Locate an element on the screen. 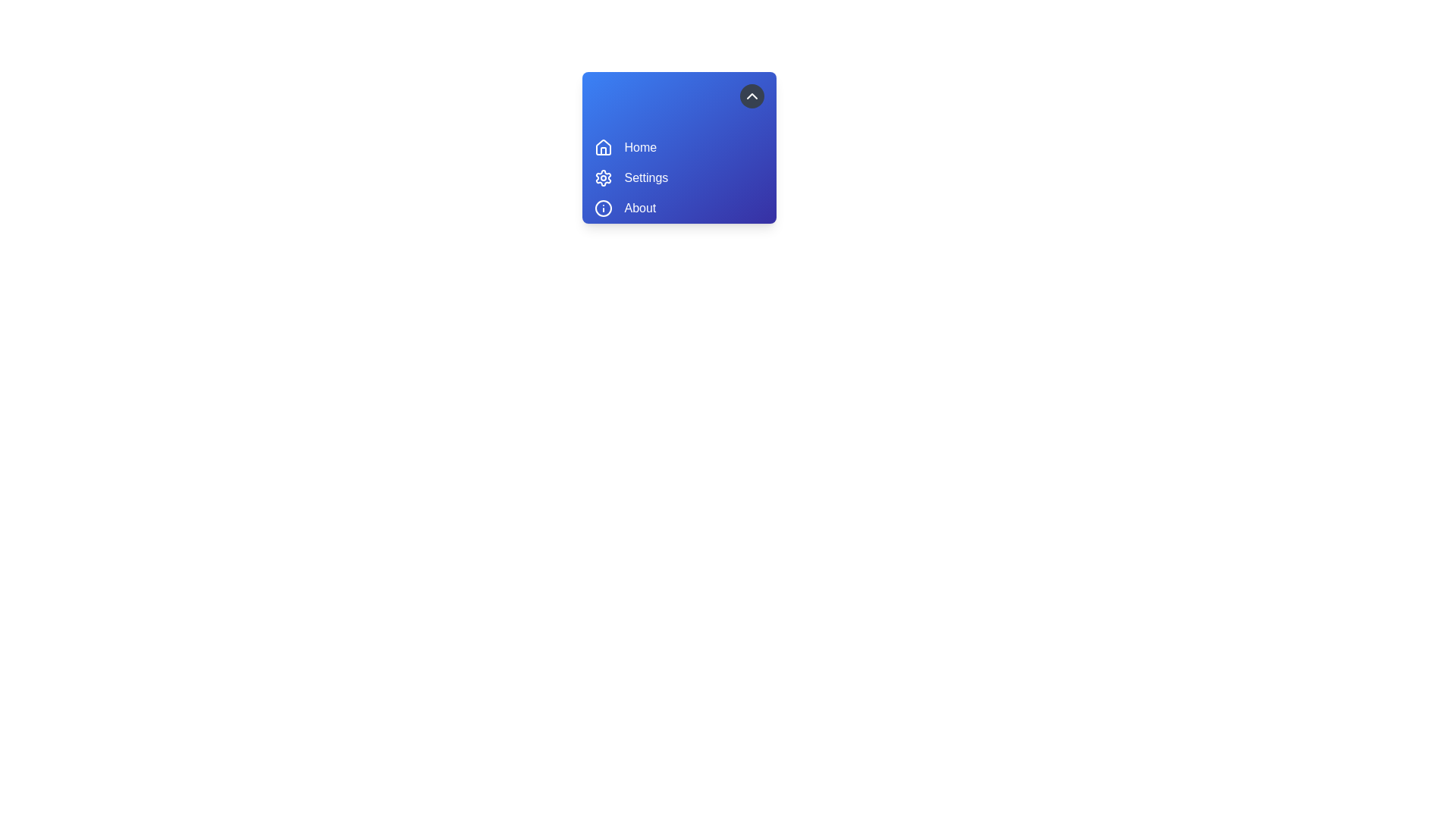 The height and width of the screenshot is (819, 1456). the 'Home' text label, which is the first label in a vertical menu, displayed in white font against a blue background is located at coordinates (640, 148).